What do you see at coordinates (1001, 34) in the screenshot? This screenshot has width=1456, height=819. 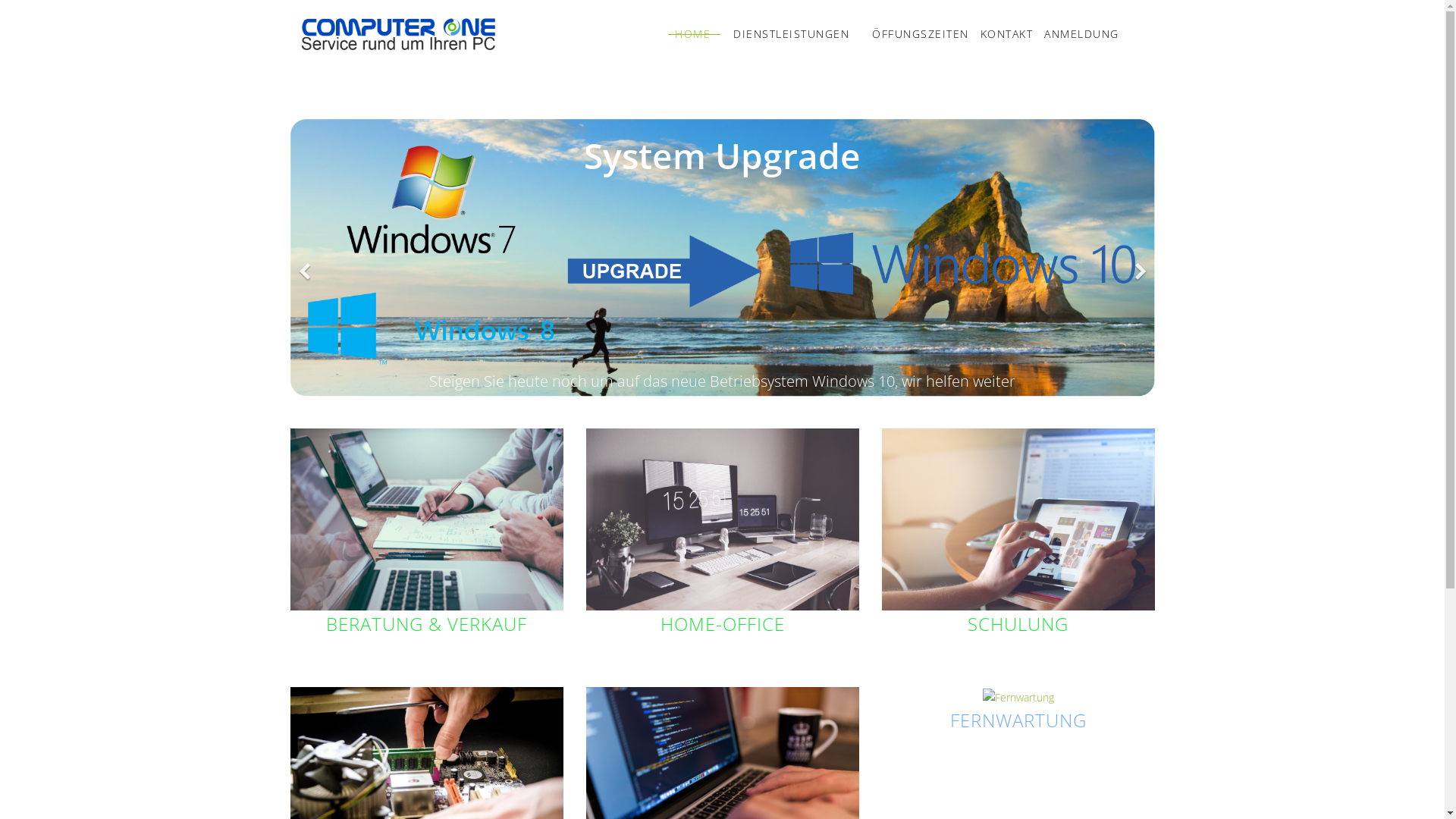 I see `'KONTAKT'` at bounding box center [1001, 34].